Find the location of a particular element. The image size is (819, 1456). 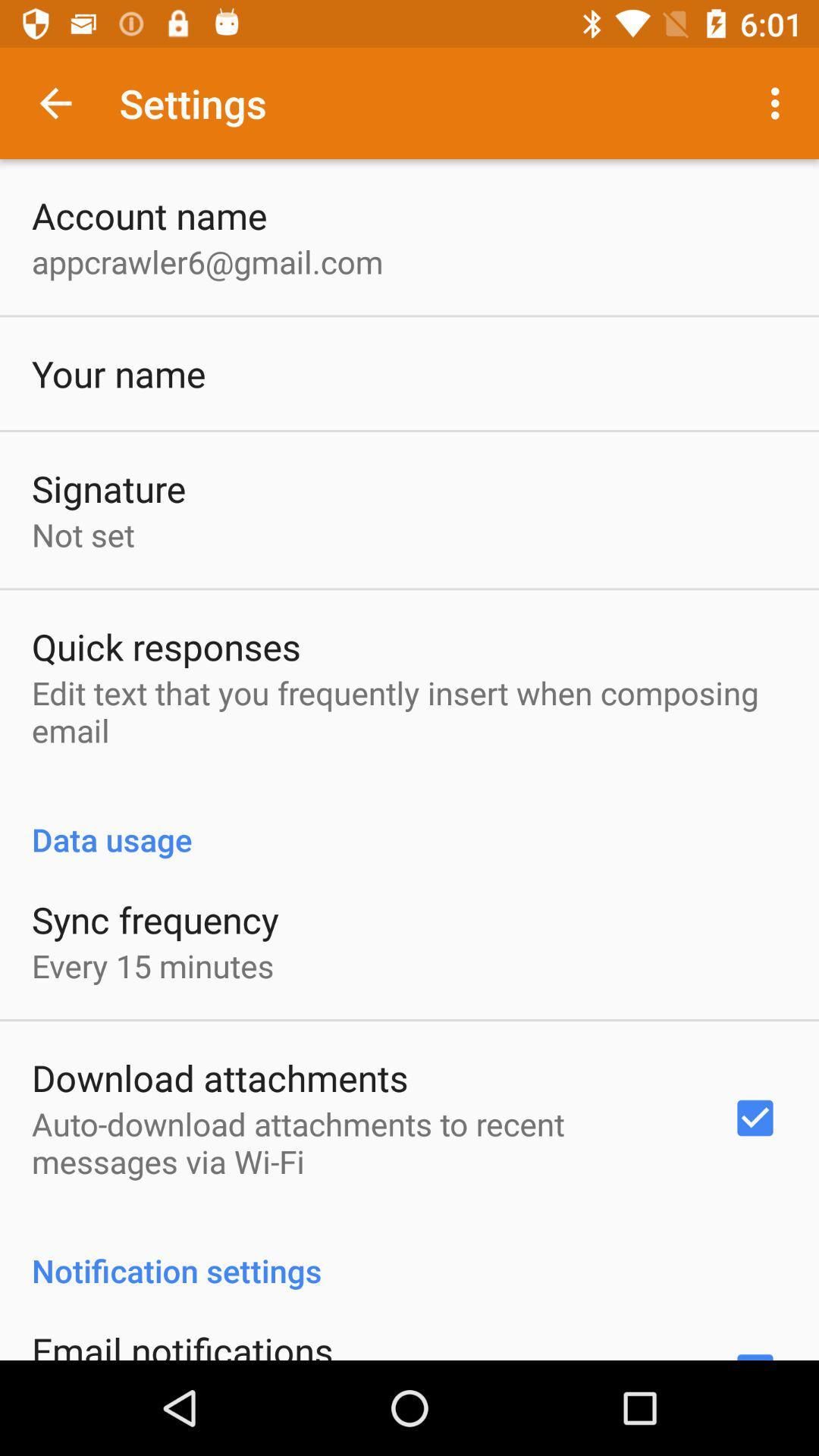

item above sync frequency is located at coordinates (409, 822).